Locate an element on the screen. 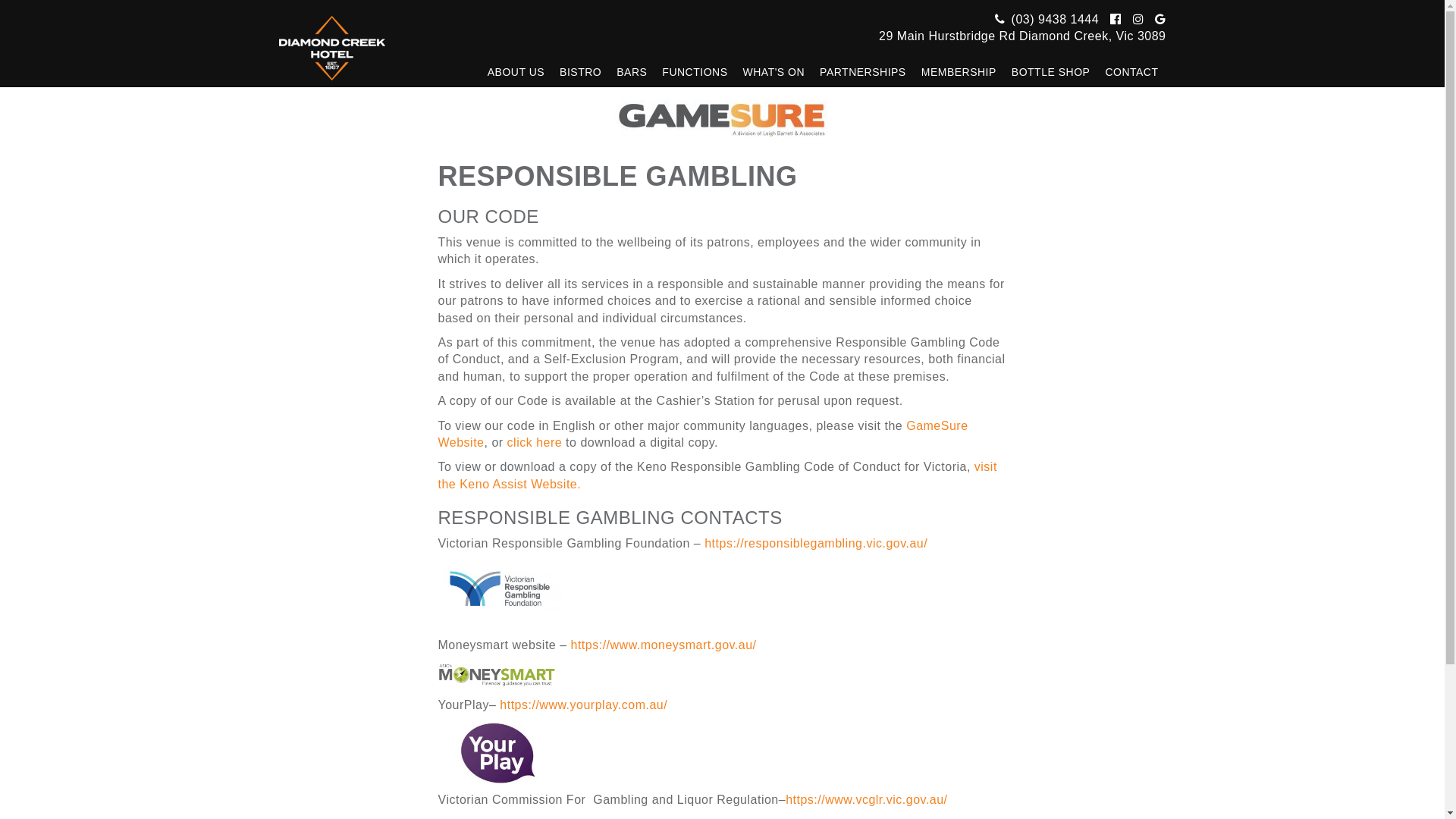 Image resolution: width=1456 pixels, height=819 pixels. 'FUNCTIONS' is located at coordinates (694, 72).